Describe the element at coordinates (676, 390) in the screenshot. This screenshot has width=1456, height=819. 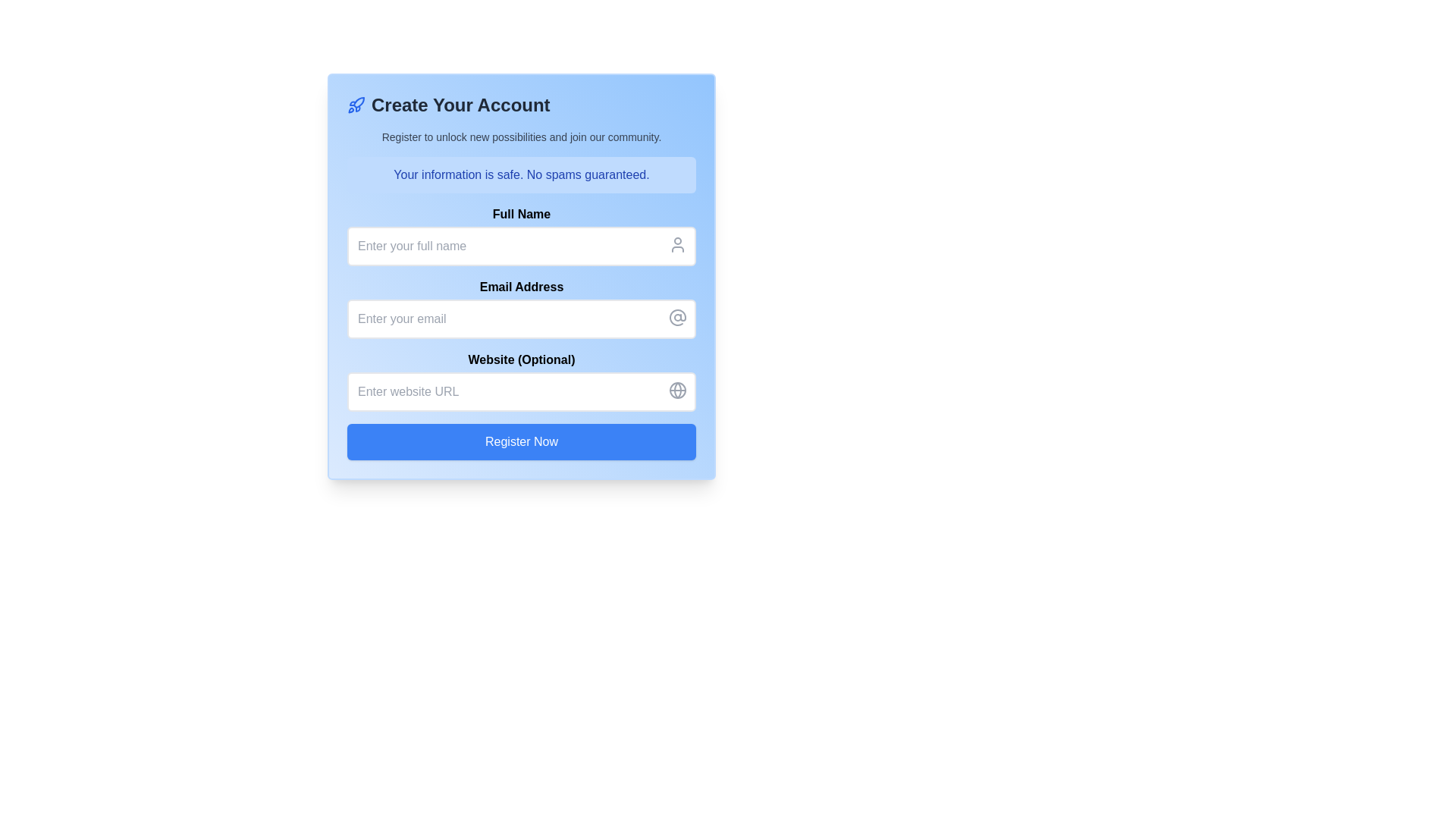
I see `the circular part of the globe-shaped icon located in the top-right corner of the card` at that location.